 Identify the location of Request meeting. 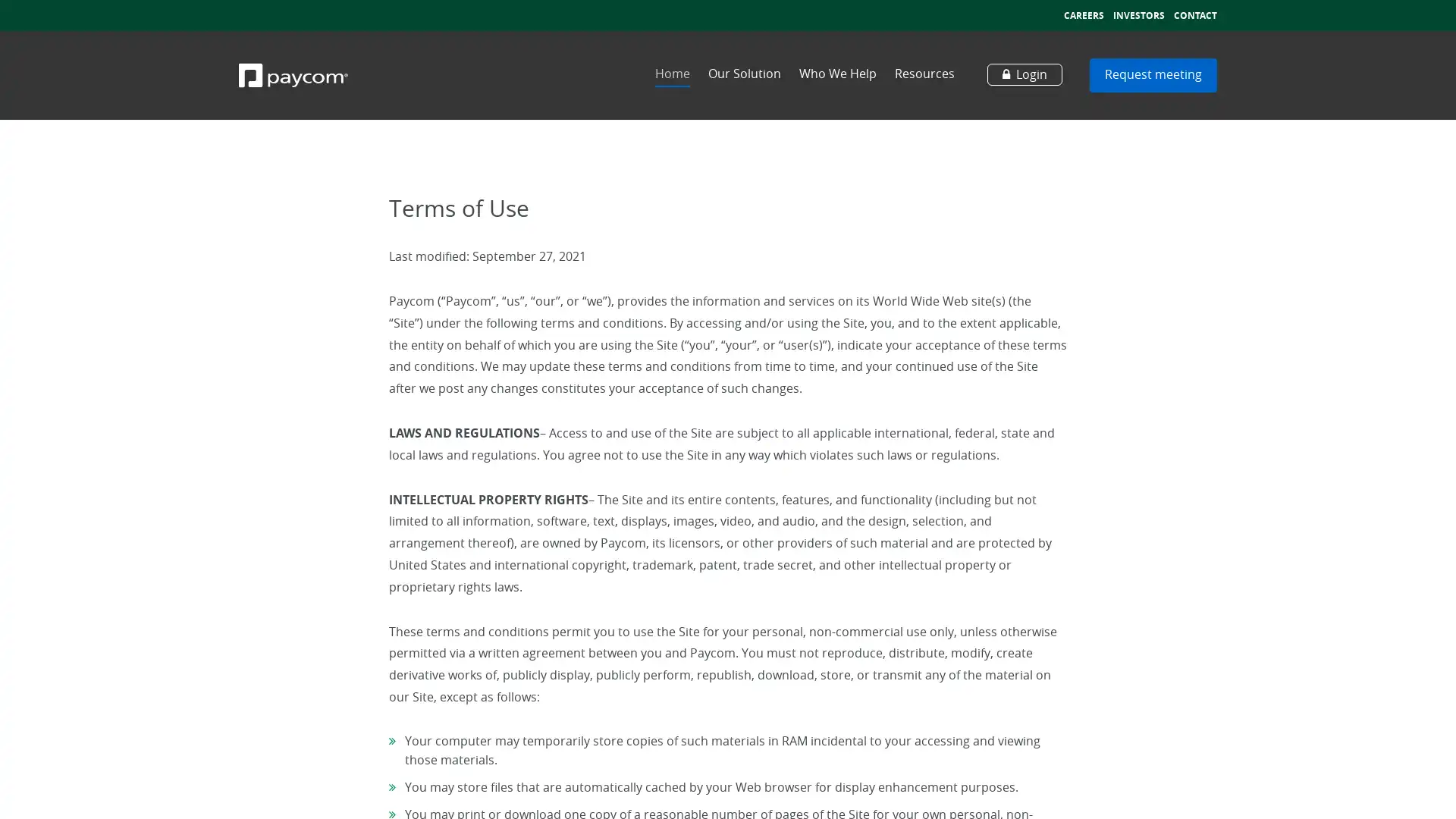
(1153, 74).